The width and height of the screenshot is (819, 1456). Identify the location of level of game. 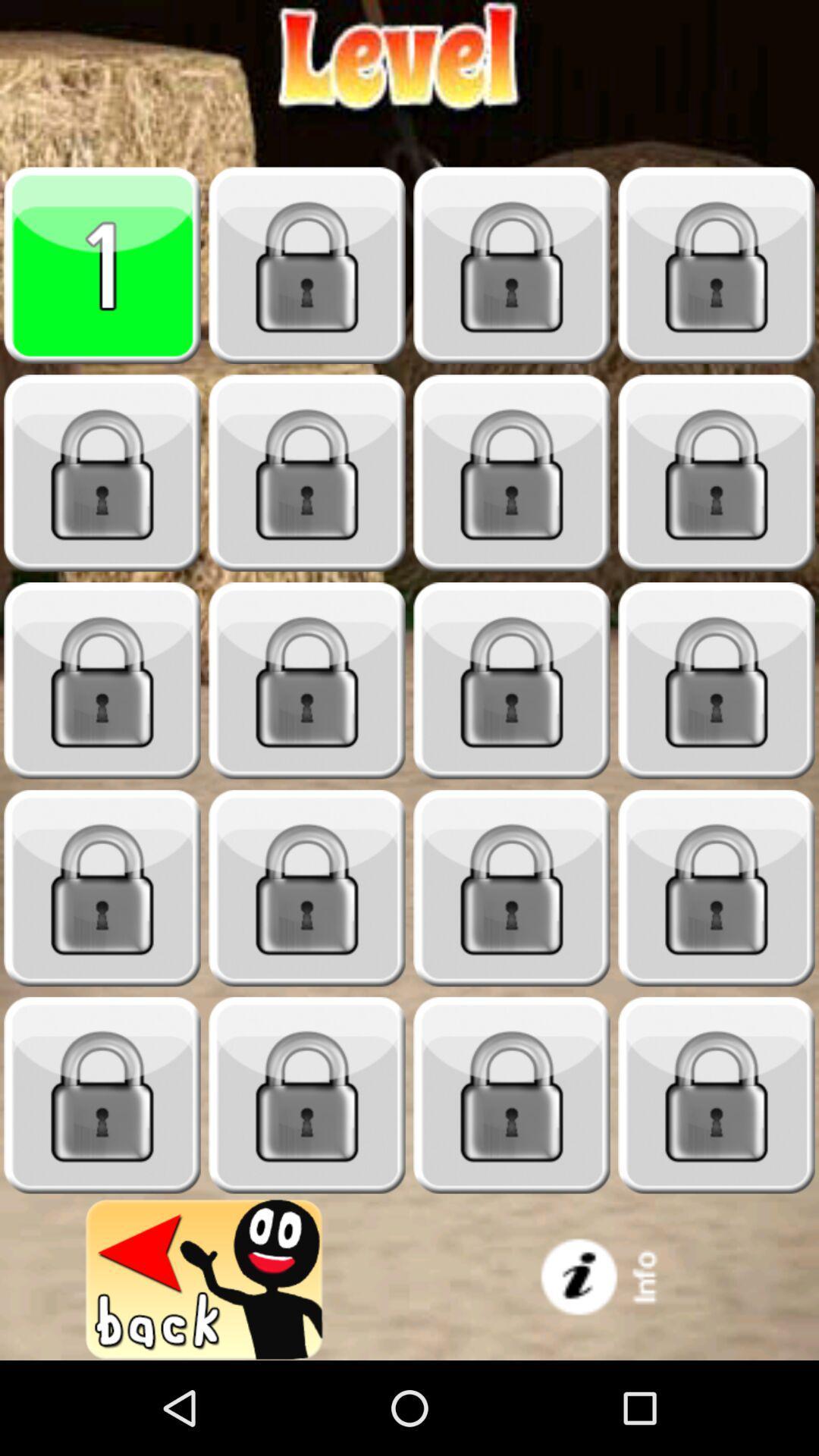
(102, 265).